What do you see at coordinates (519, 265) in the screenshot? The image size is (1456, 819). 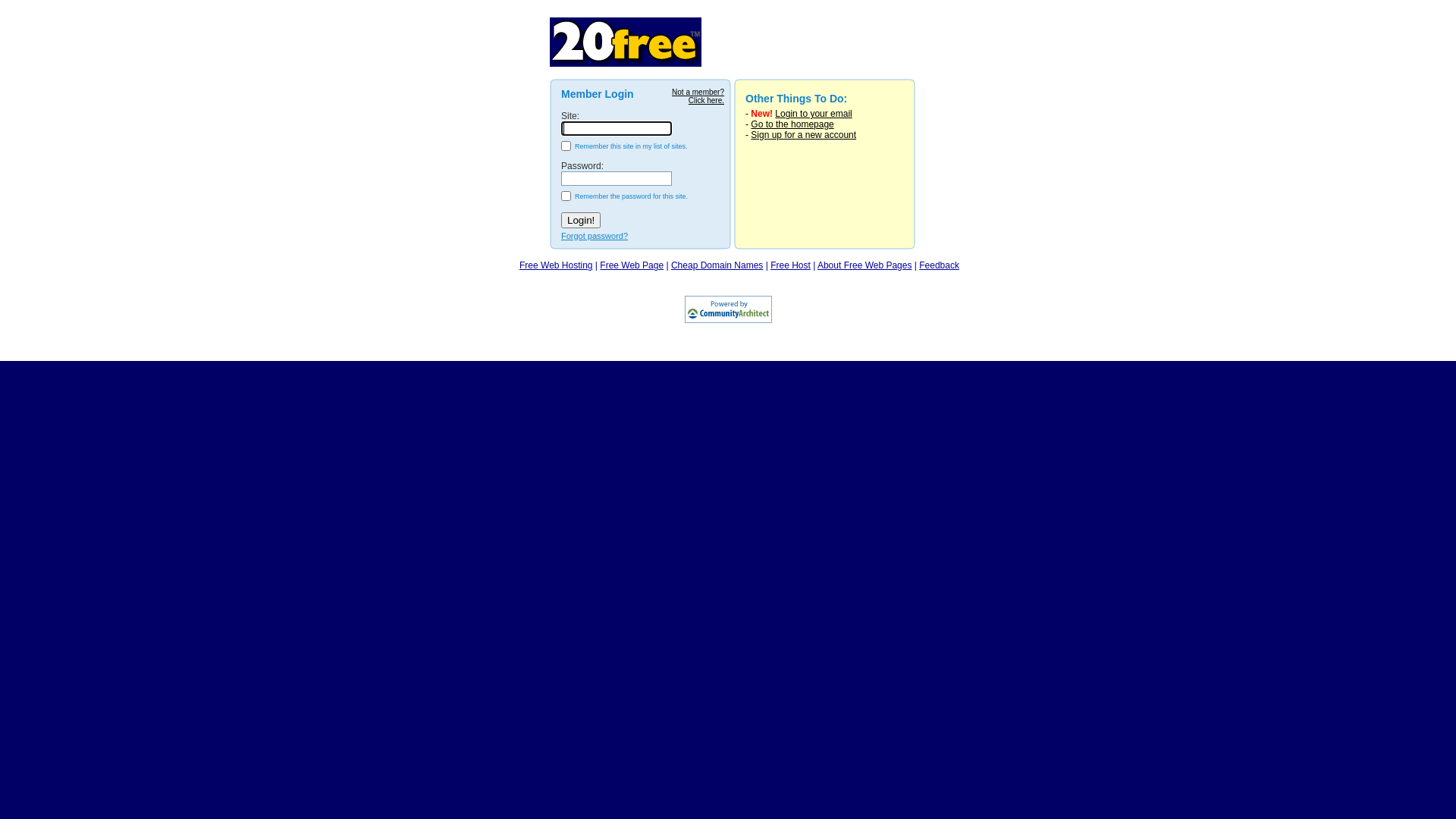 I see `'Free Web Hosting'` at bounding box center [519, 265].